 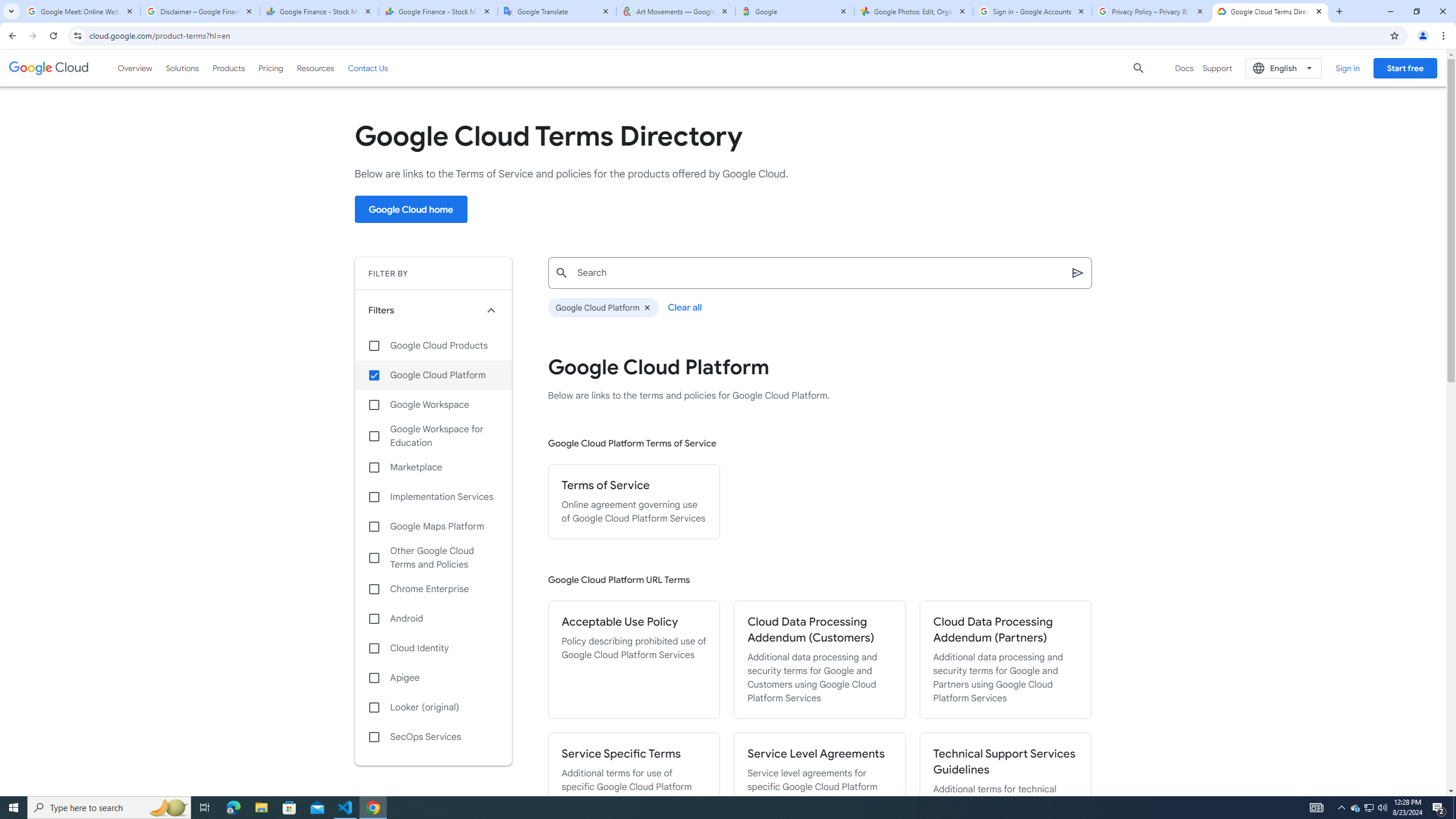 What do you see at coordinates (433, 404) in the screenshot?
I see `'Google Workspace'` at bounding box center [433, 404].